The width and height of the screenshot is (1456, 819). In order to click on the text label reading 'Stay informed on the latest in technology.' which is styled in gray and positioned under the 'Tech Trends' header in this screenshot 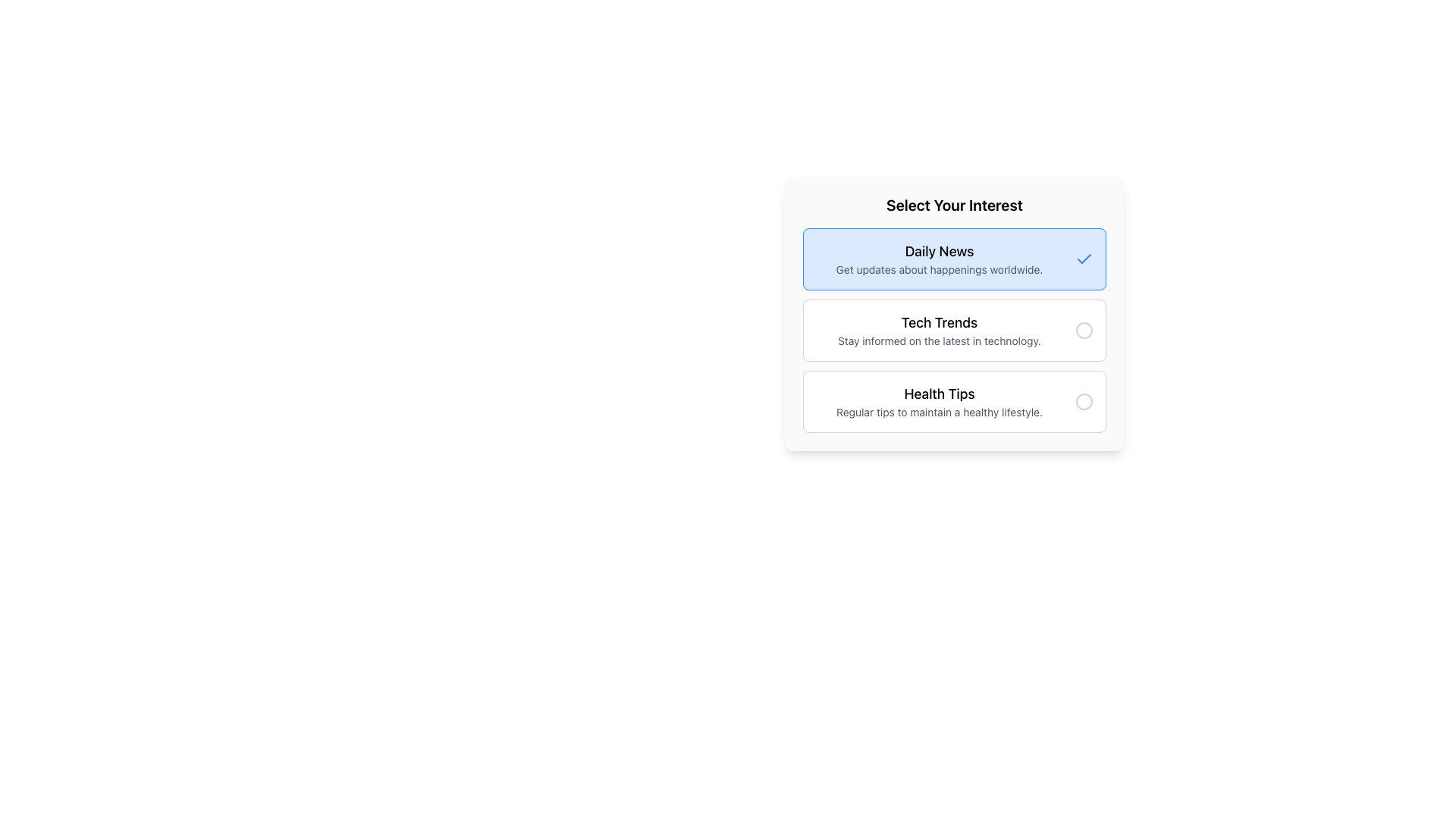, I will do `click(938, 341)`.